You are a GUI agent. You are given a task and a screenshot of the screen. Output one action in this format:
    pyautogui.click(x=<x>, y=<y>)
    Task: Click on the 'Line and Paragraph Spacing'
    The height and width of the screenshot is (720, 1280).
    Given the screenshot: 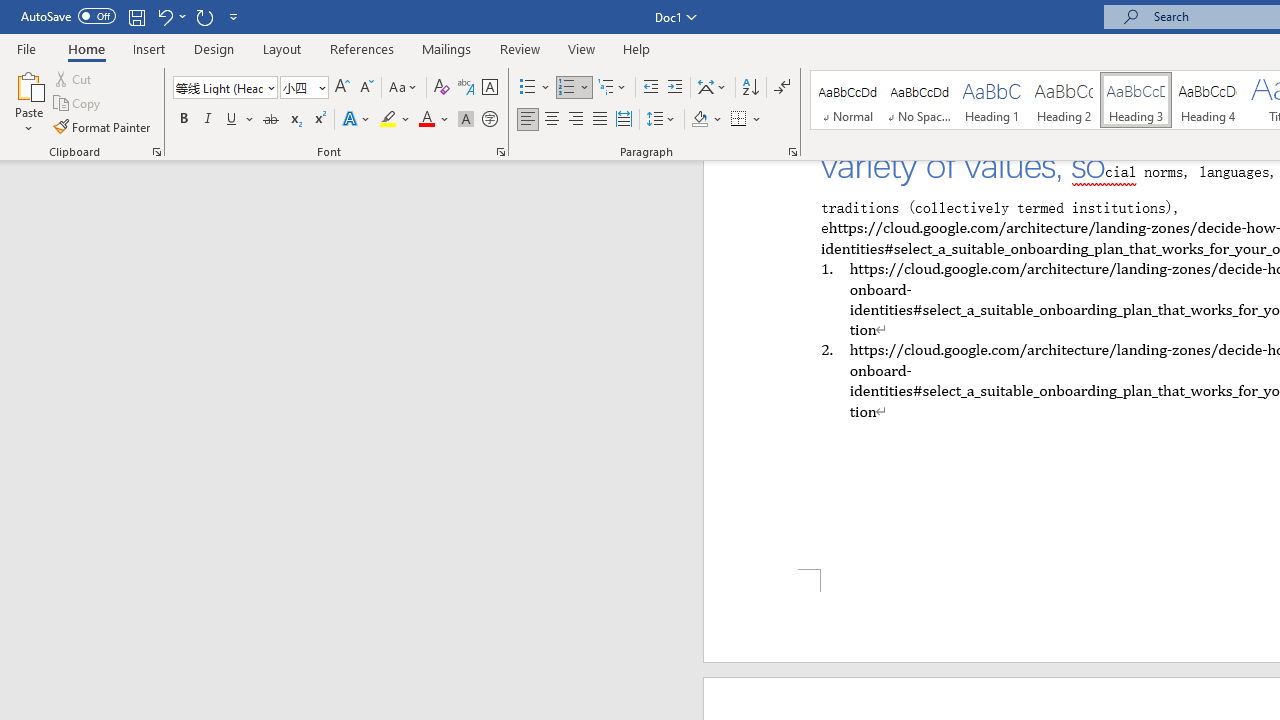 What is the action you would take?
    pyautogui.click(x=661, y=119)
    